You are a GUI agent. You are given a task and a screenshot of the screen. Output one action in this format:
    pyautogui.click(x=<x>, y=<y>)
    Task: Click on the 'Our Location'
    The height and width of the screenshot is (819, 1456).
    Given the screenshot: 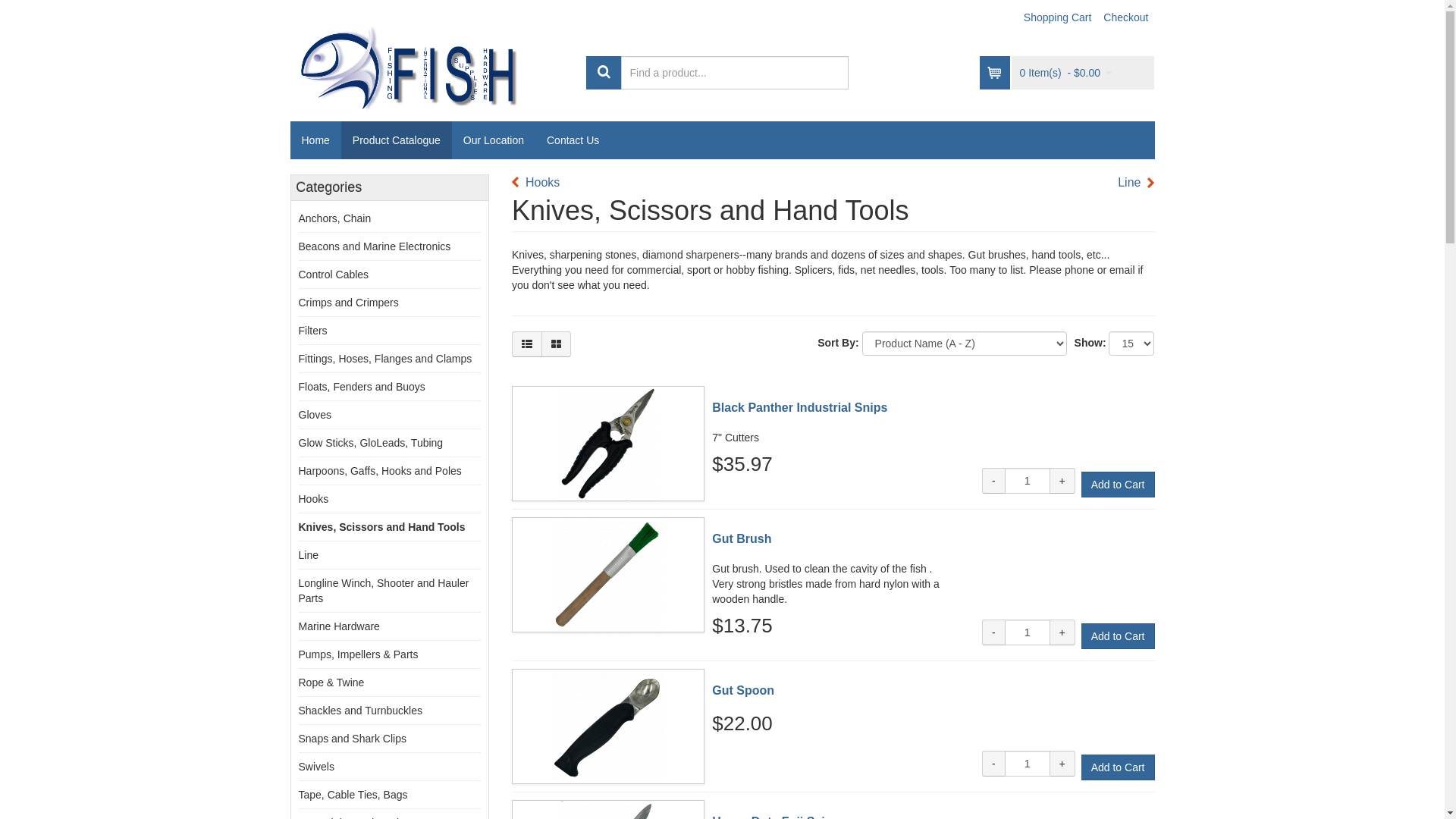 What is the action you would take?
    pyautogui.click(x=494, y=140)
    